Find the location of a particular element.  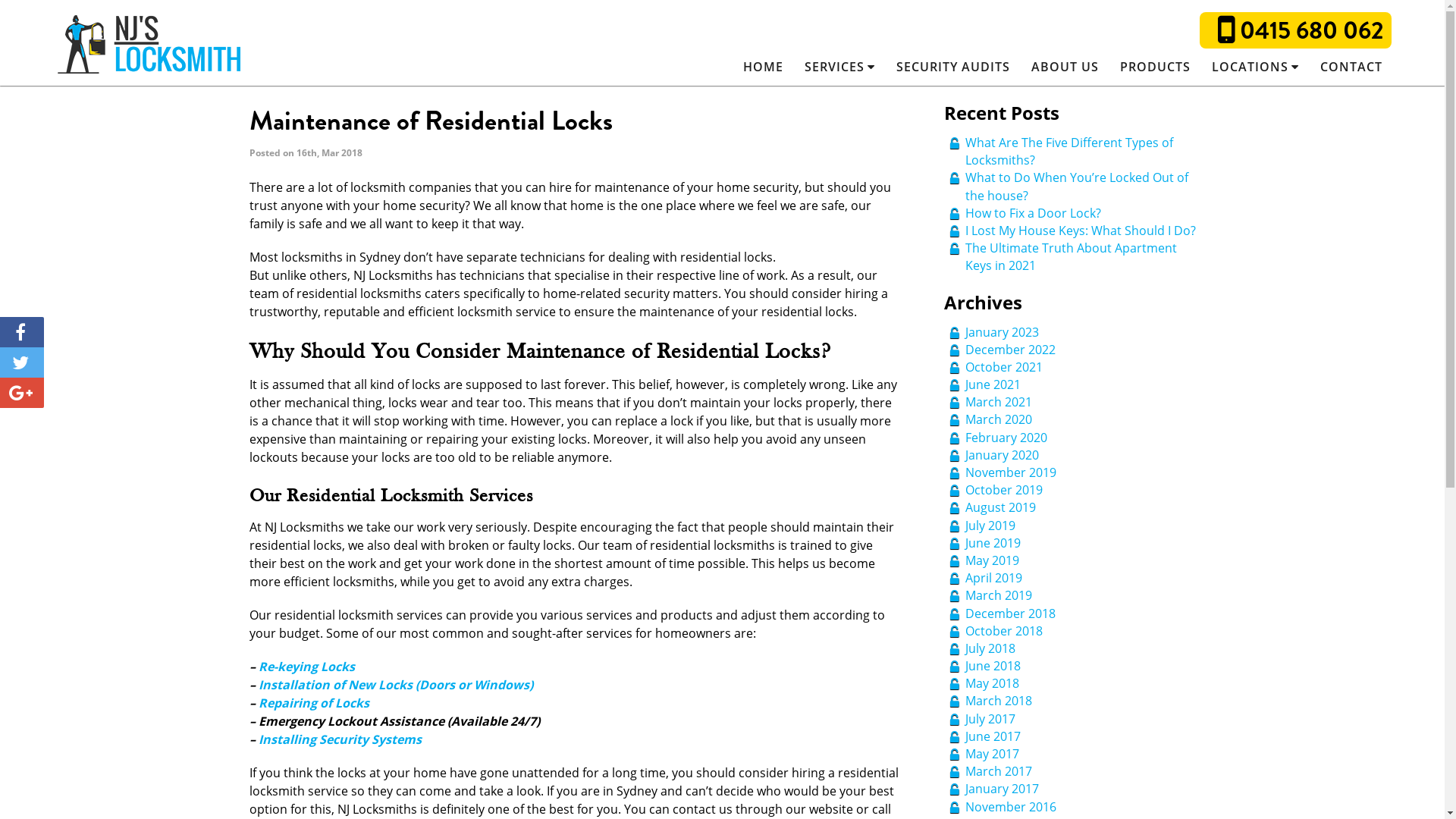

'February 2020' is located at coordinates (1005, 438).